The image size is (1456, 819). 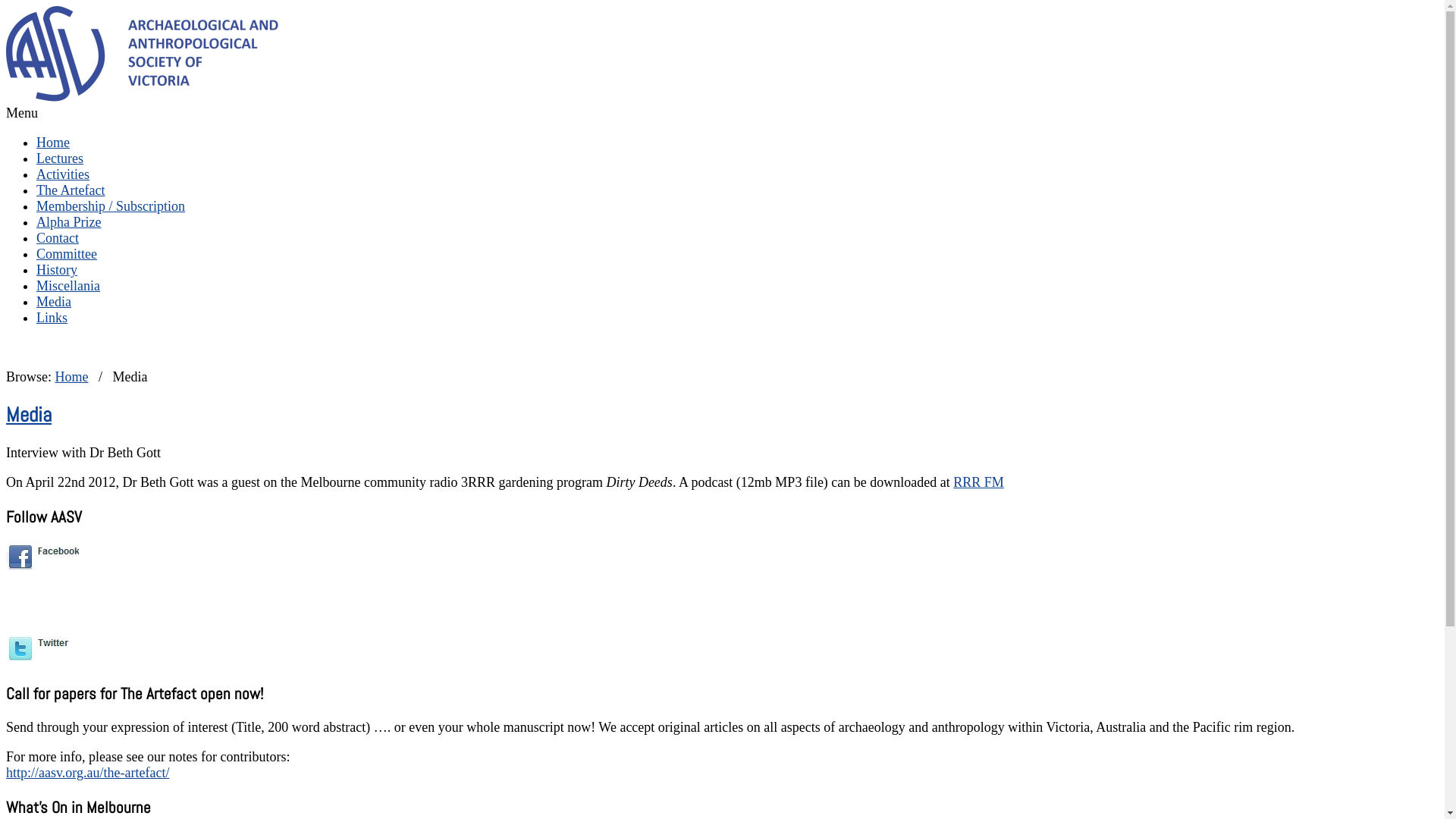 I want to click on 'Lectures', so click(x=59, y=158).